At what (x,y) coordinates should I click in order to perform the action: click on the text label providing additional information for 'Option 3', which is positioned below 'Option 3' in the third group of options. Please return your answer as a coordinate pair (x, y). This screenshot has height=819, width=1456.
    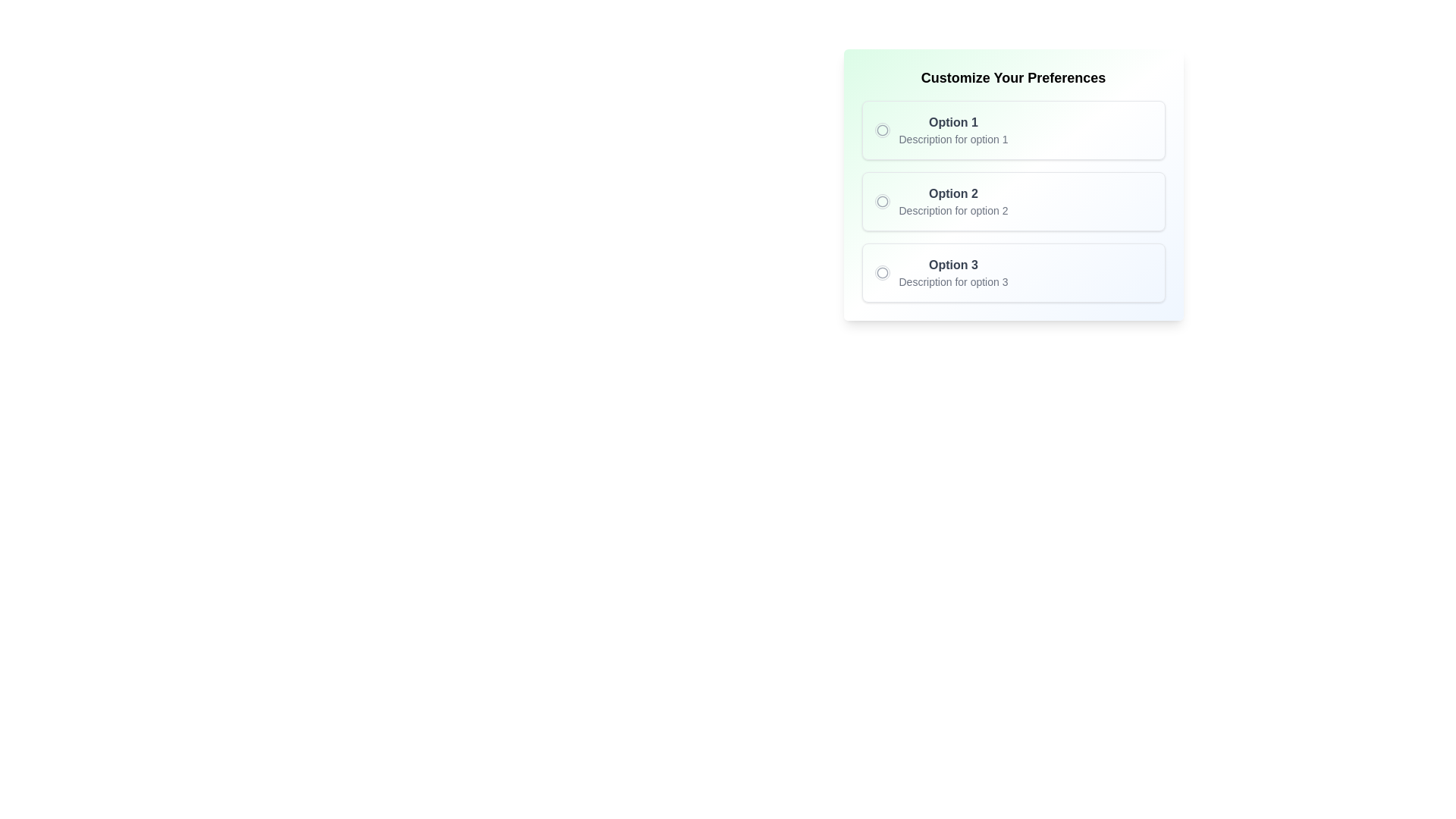
    Looking at the image, I should click on (952, 281).